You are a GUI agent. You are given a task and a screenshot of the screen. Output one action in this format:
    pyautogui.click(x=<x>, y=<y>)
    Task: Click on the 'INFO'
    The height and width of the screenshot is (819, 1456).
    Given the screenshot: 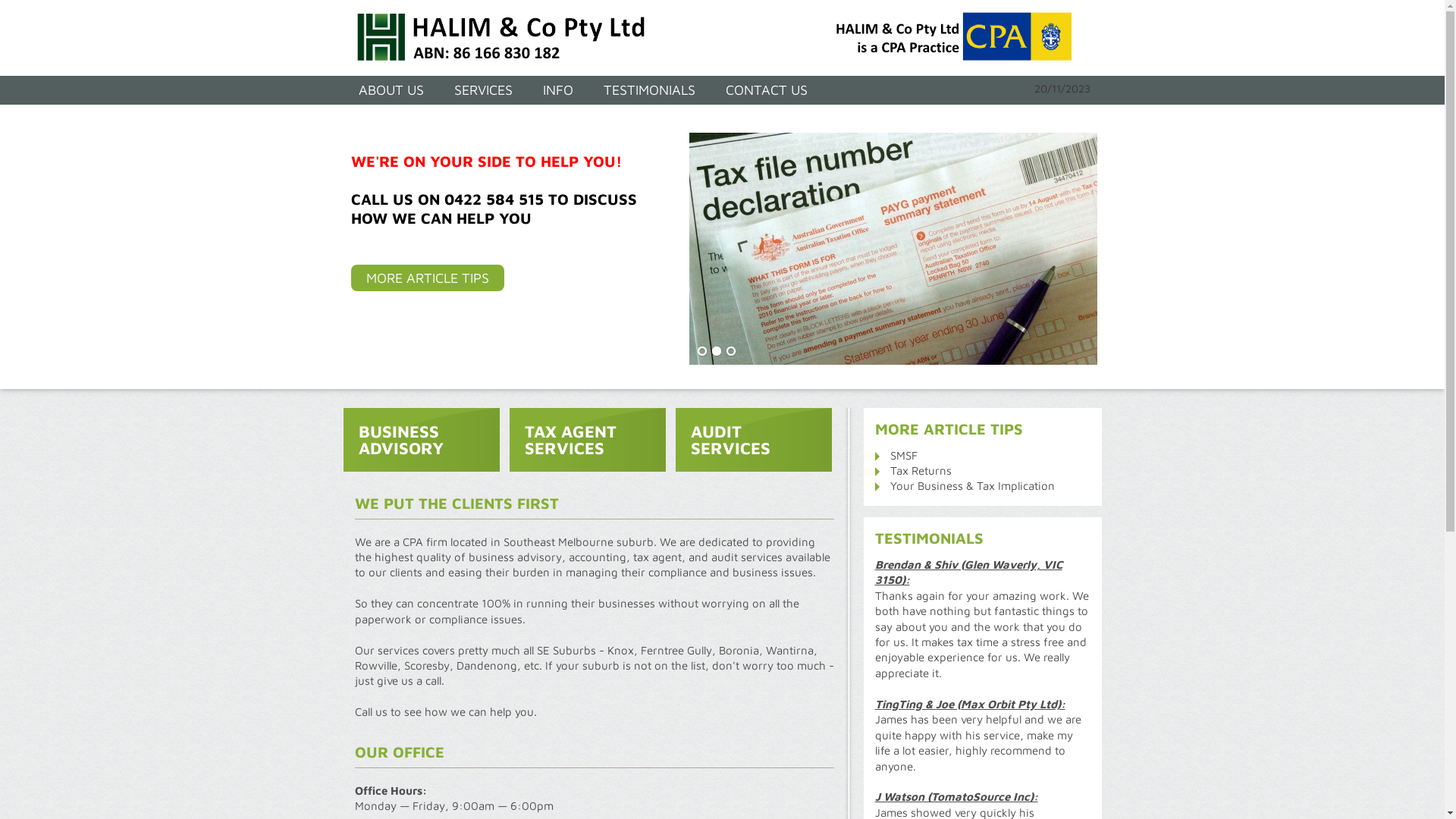 What is the action you would take?
    pyautogui.click(x=528, y=90)
    